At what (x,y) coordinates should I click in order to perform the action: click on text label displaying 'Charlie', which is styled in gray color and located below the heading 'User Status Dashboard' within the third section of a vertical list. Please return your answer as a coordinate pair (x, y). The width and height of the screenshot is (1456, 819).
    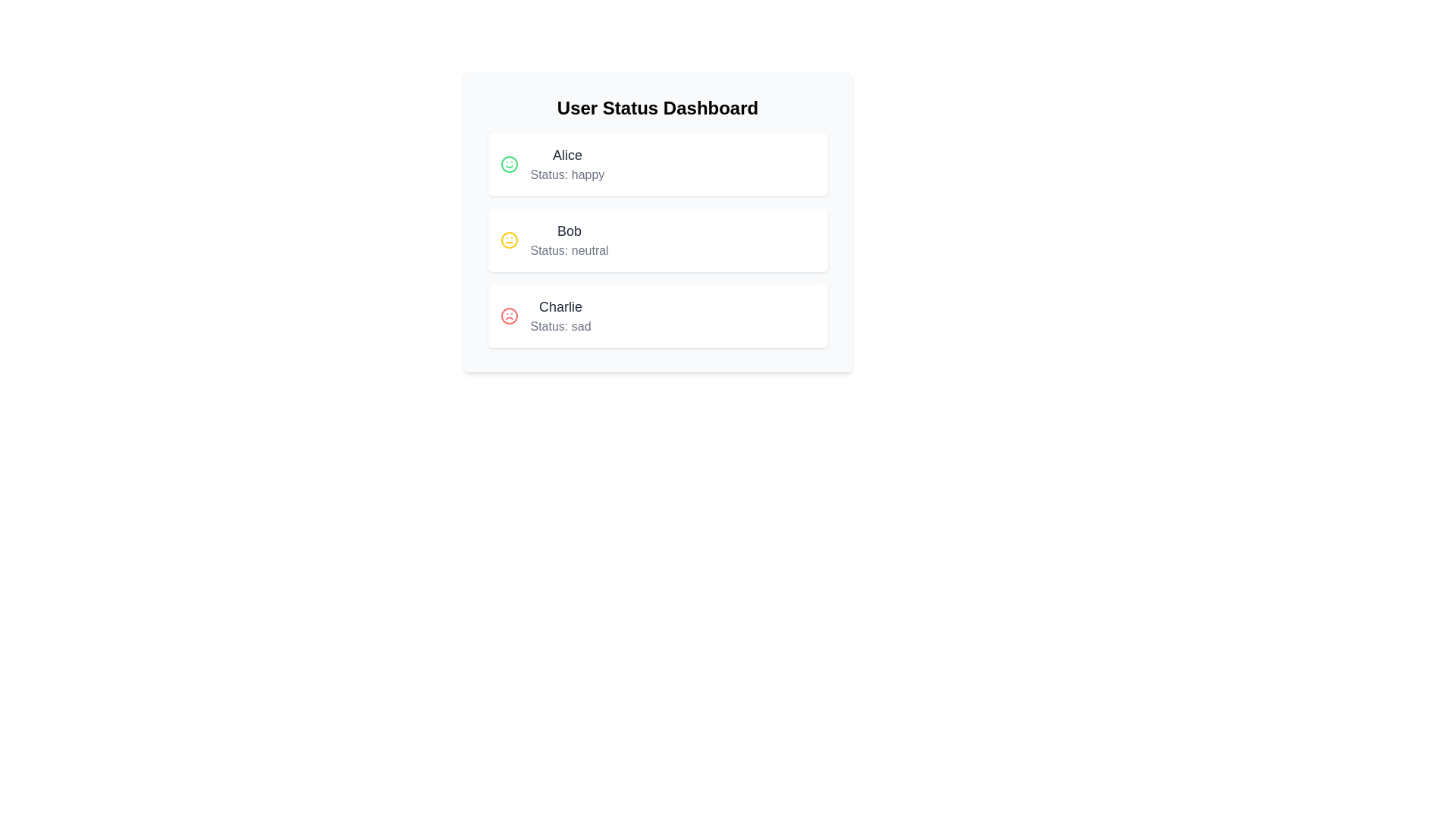
    Looking at the image, I should click on (560, 307).